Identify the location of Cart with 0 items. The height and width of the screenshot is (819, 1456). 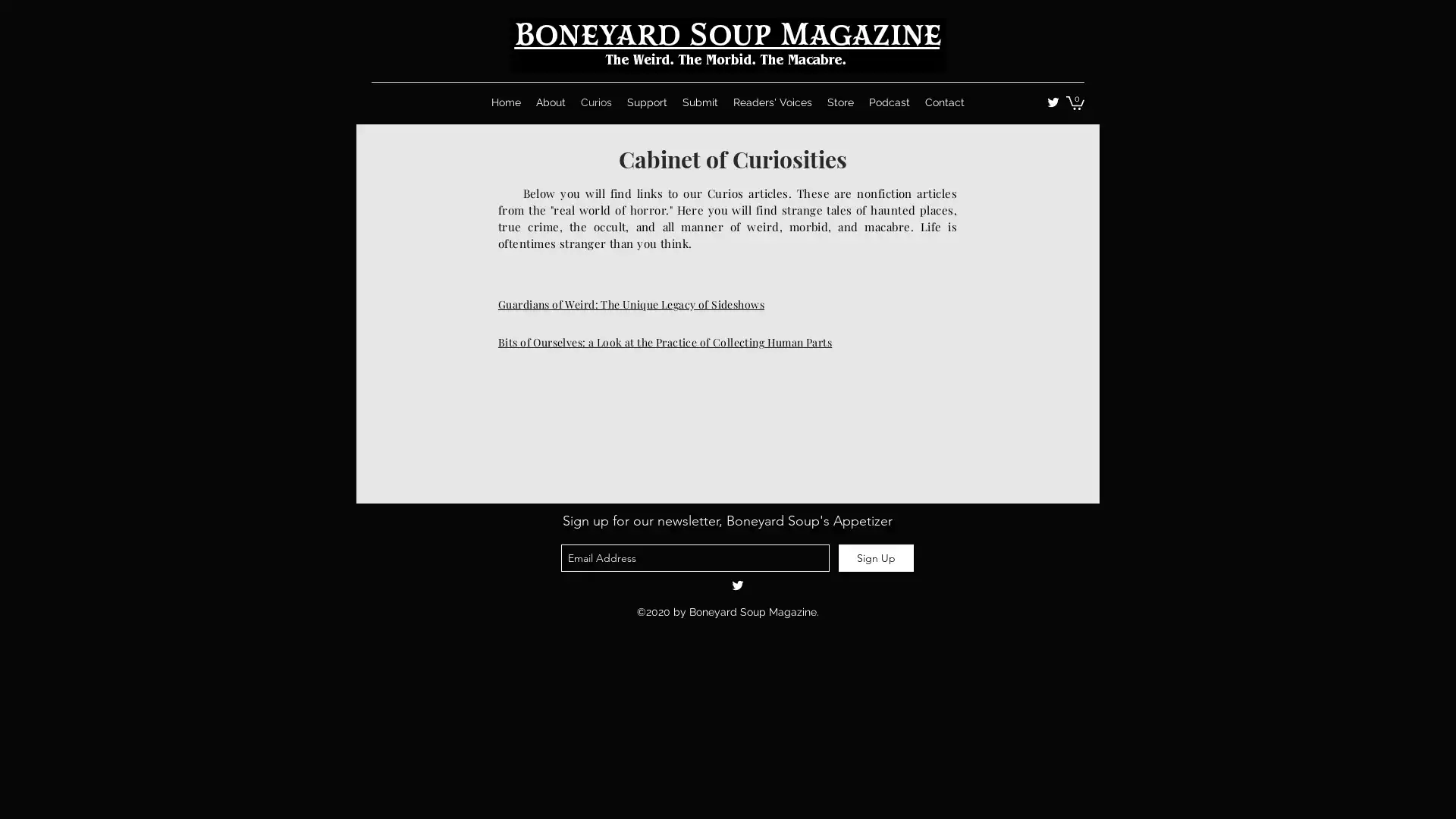
(1074, 102).